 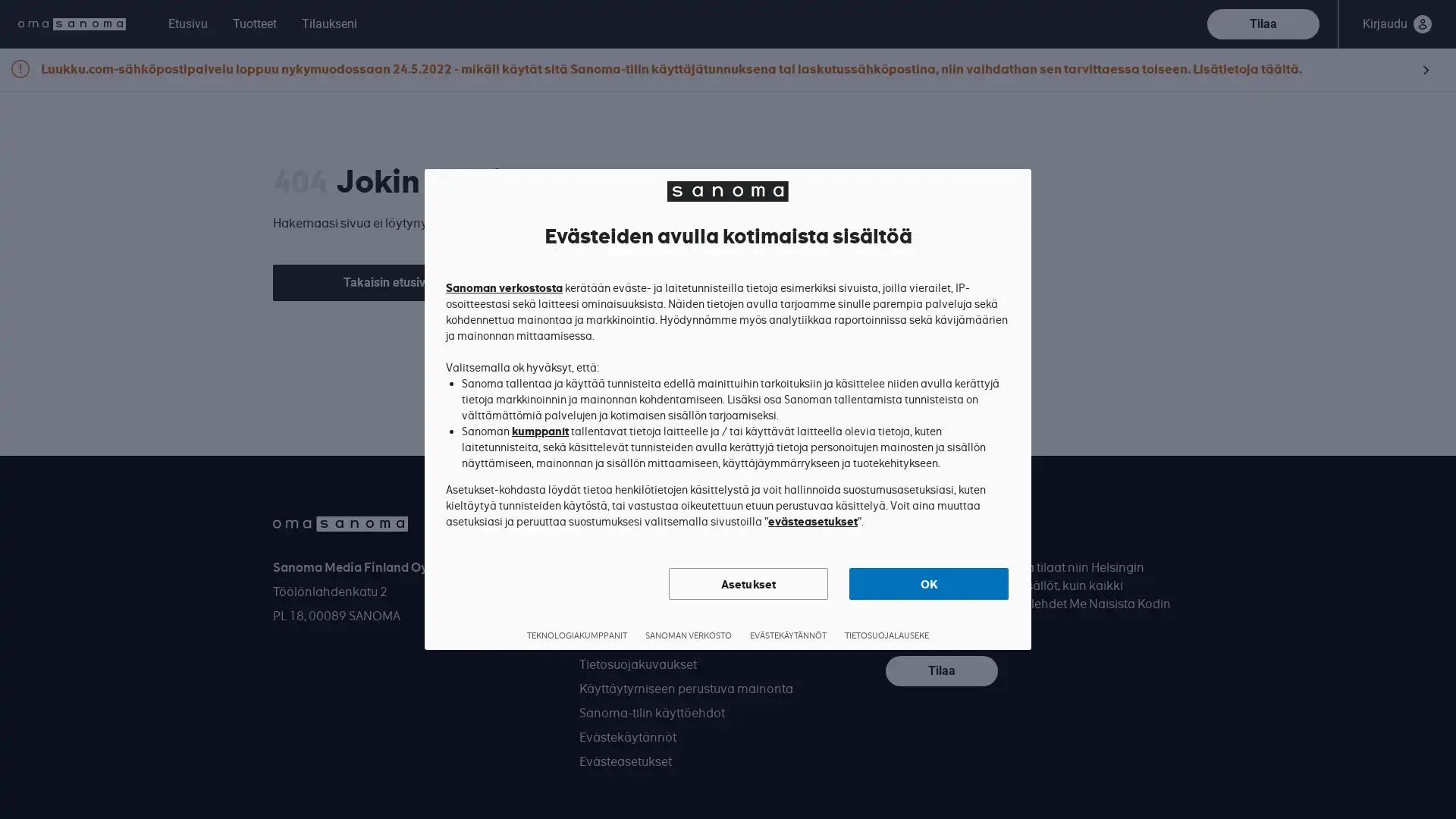 I want to click on Evastekaytannot, so click(x=628, y=736).